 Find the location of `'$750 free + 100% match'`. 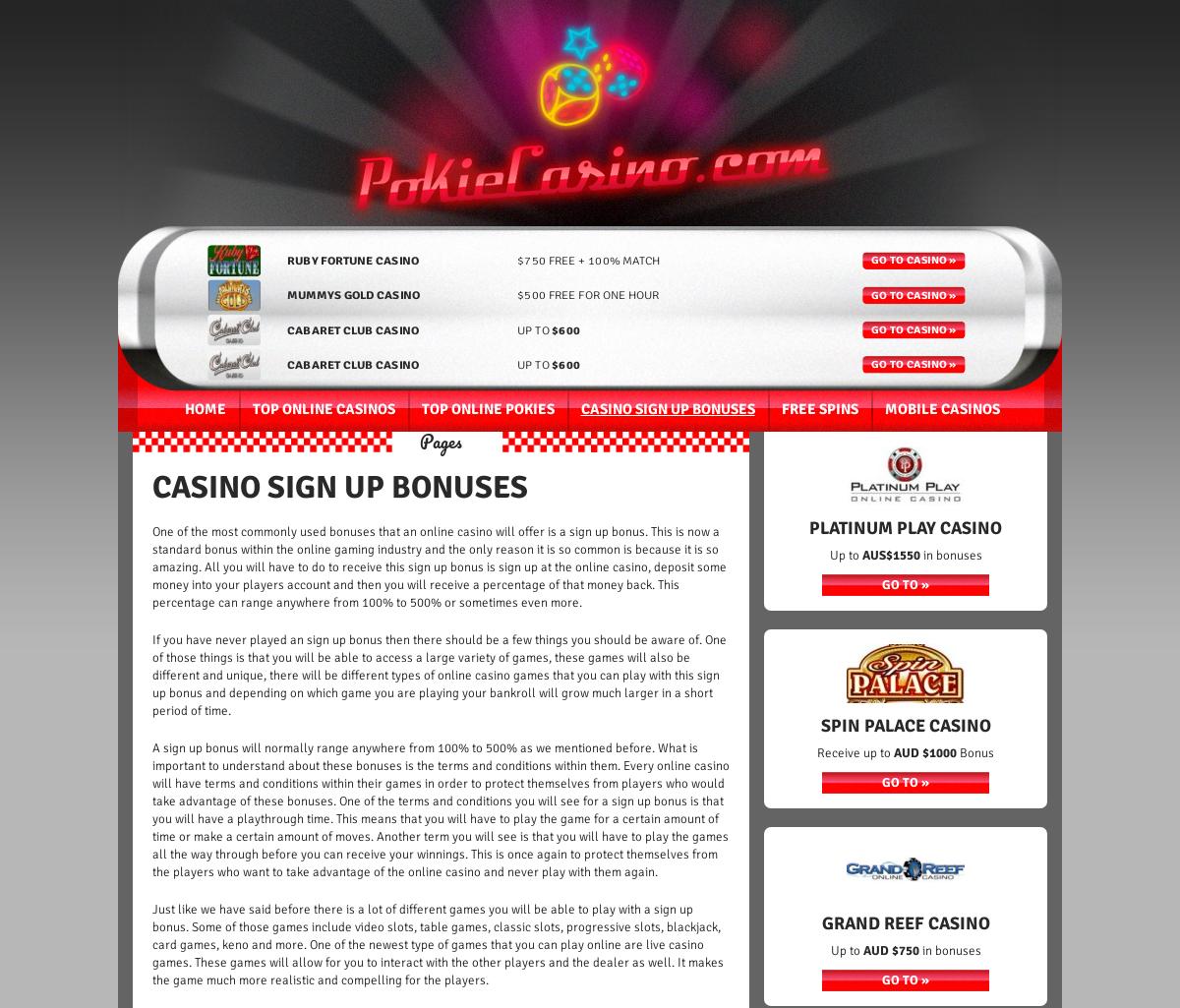

'$750 free + 100% match' is located at coordinates (587, 259).